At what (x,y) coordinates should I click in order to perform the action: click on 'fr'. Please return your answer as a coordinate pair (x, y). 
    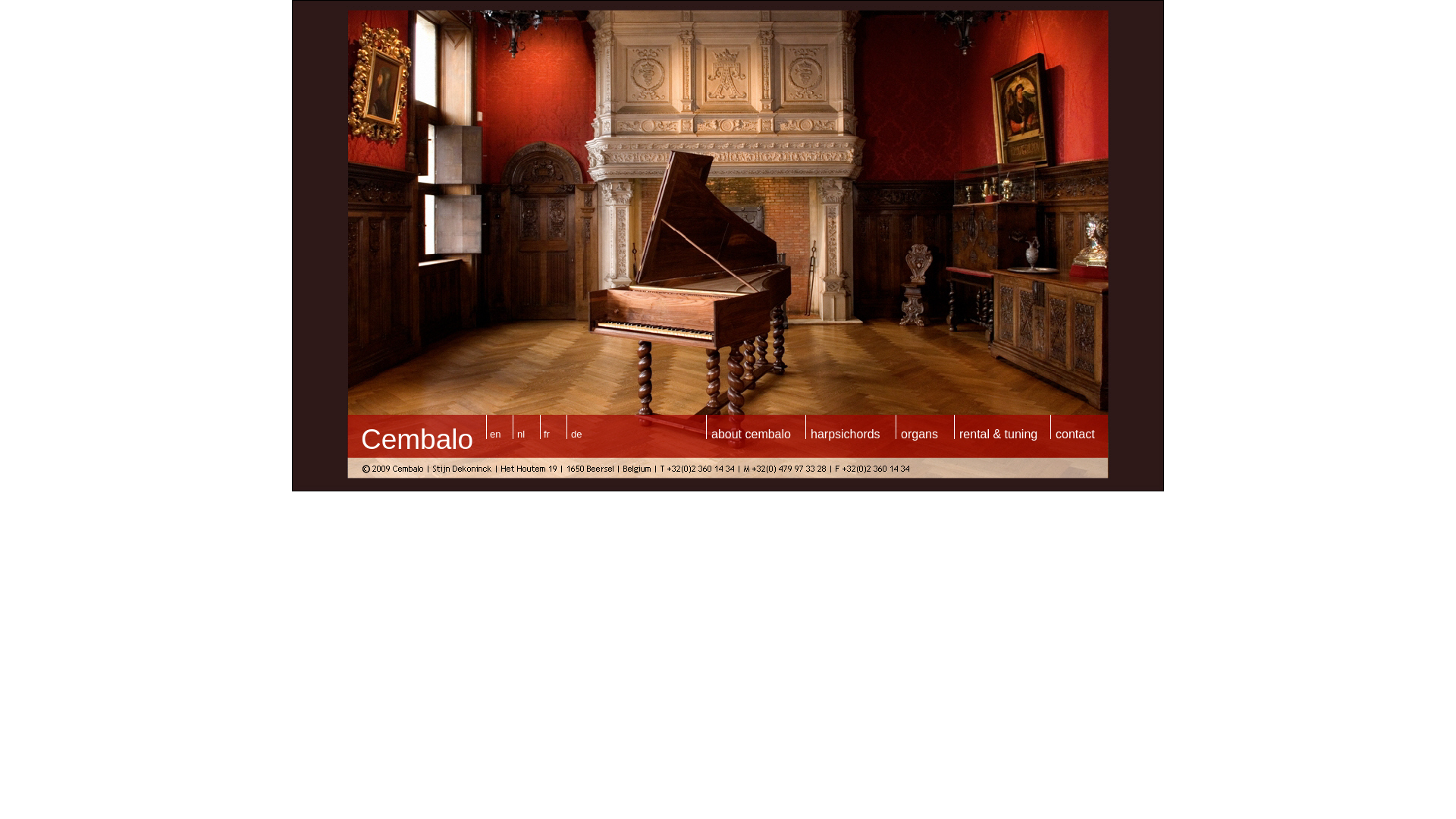
    Looking at the image, I should click on (546, 434).